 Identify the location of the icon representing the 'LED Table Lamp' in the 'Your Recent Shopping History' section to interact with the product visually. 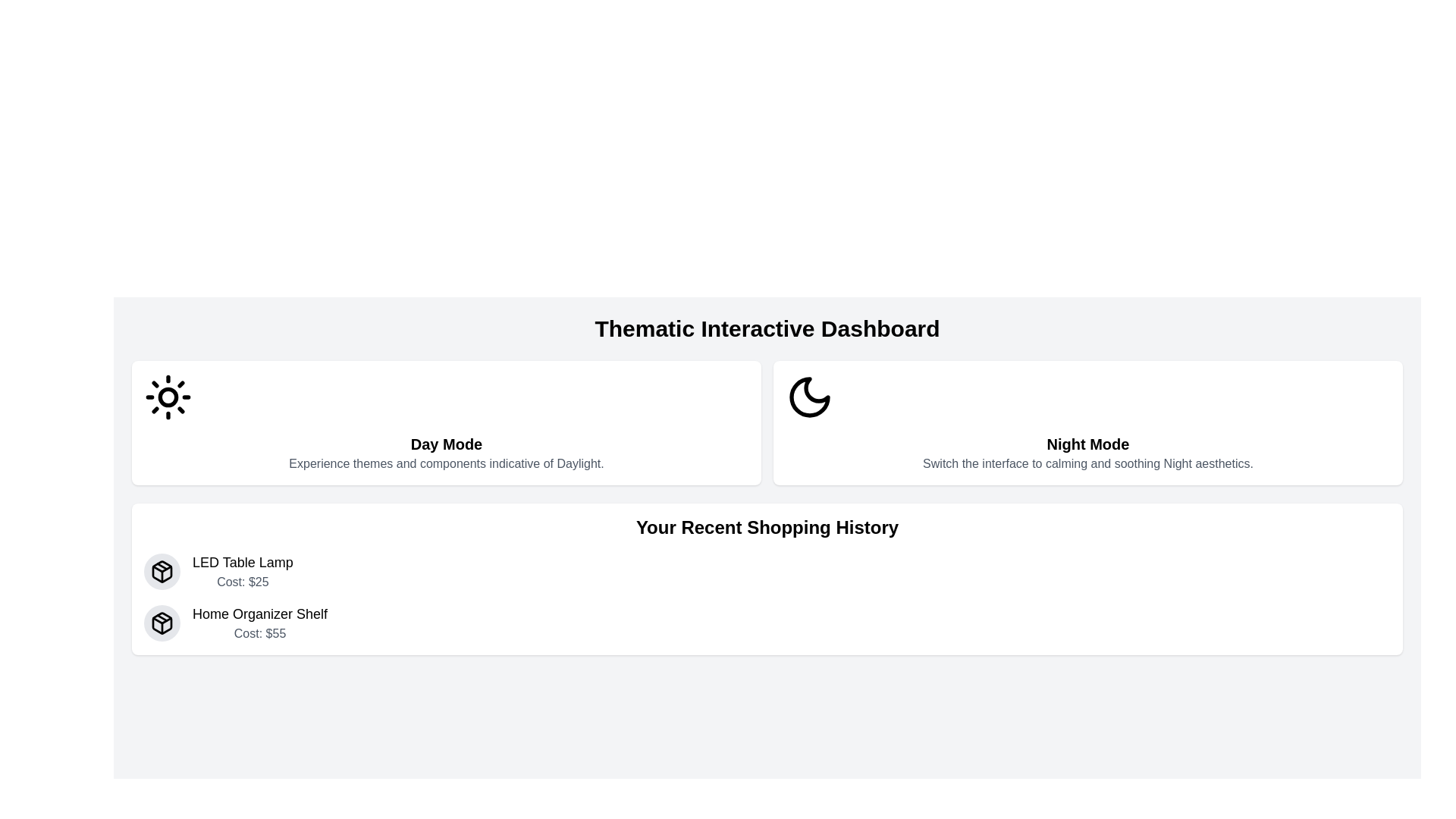
(162, 571).